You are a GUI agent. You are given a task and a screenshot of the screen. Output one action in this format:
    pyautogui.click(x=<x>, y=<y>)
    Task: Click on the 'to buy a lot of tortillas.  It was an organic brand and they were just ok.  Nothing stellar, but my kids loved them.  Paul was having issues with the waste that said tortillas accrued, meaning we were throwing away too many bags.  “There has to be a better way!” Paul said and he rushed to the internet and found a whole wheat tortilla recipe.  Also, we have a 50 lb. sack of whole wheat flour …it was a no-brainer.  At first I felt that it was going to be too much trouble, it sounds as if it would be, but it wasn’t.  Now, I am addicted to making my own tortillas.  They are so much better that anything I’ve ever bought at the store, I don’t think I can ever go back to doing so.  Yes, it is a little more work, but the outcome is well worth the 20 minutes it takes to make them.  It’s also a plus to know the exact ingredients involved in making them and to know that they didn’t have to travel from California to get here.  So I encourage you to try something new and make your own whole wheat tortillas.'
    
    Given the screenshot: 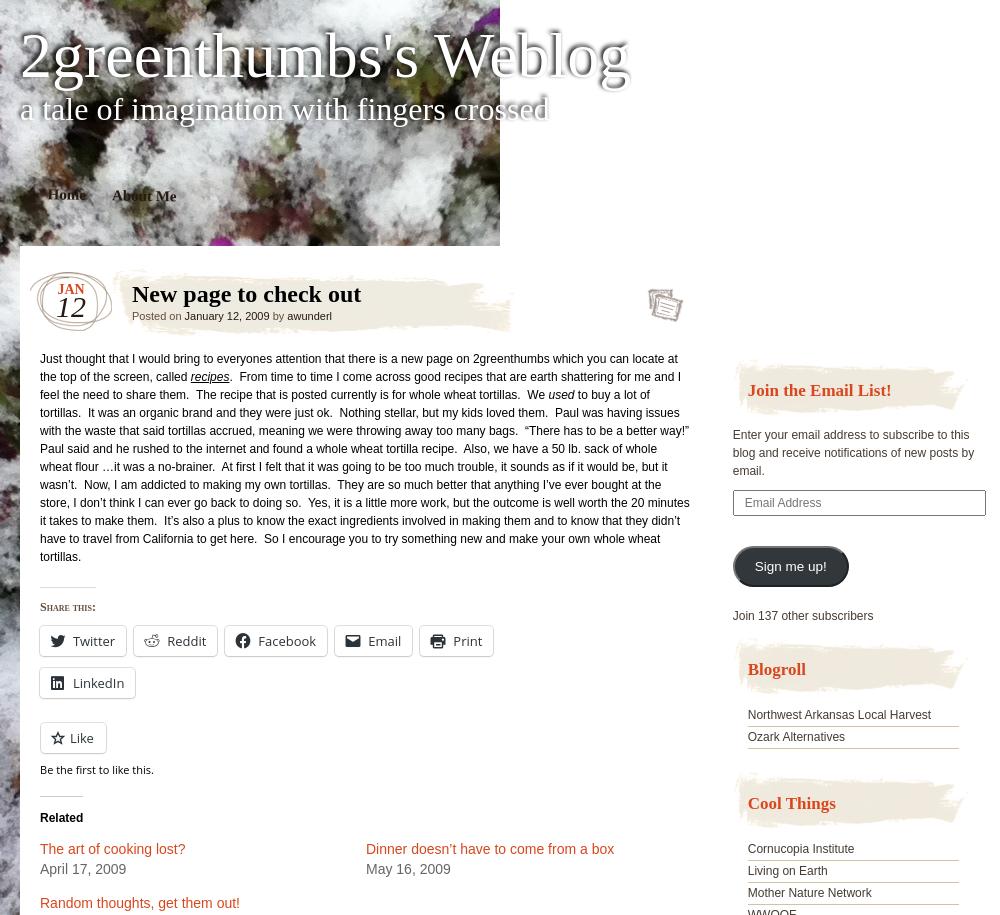 What is the action you would take?
    pyautogui.click(x=40, y=474)
    